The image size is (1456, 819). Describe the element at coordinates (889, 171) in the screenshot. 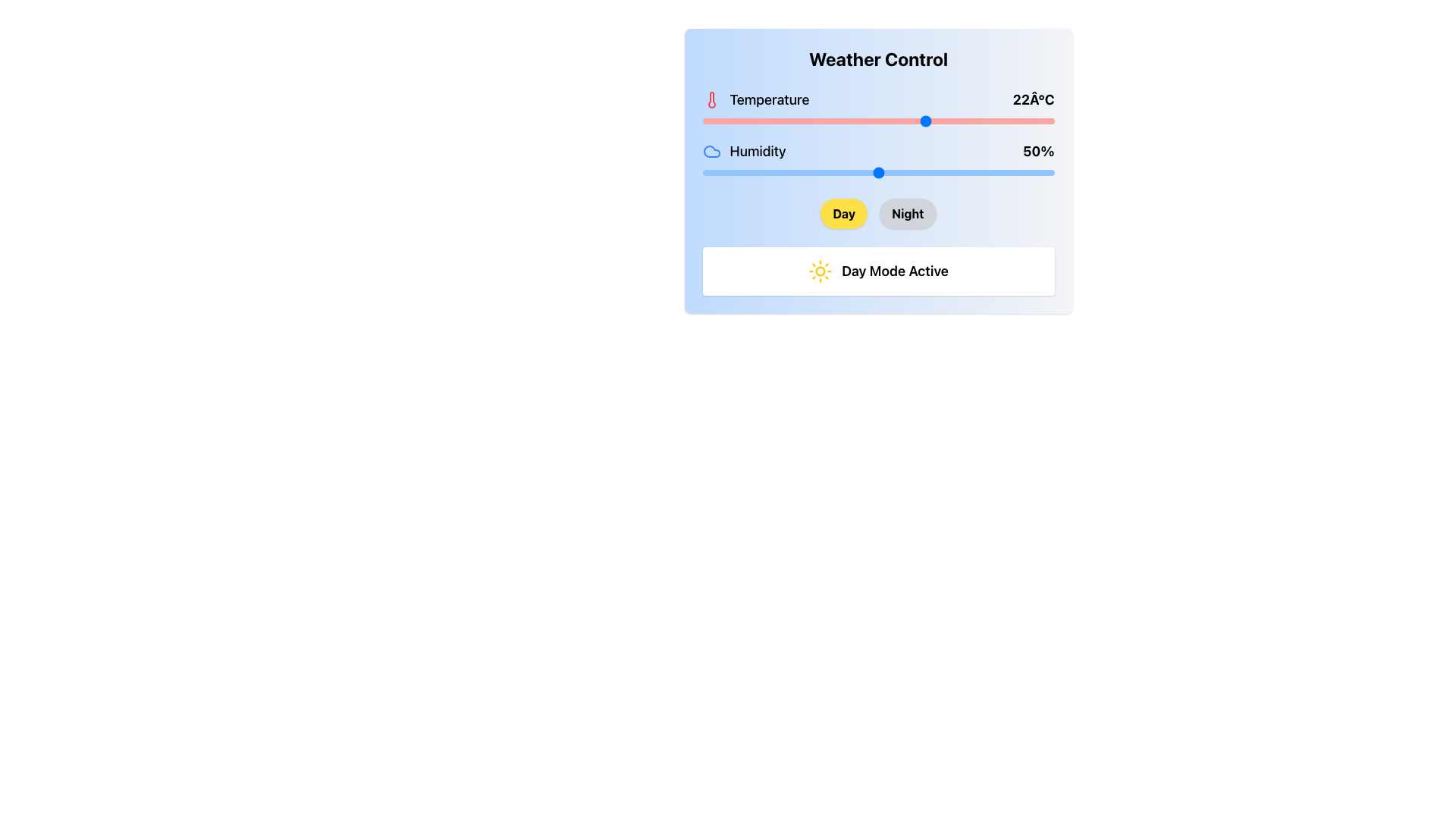

I see `the humidity slider` at that location.